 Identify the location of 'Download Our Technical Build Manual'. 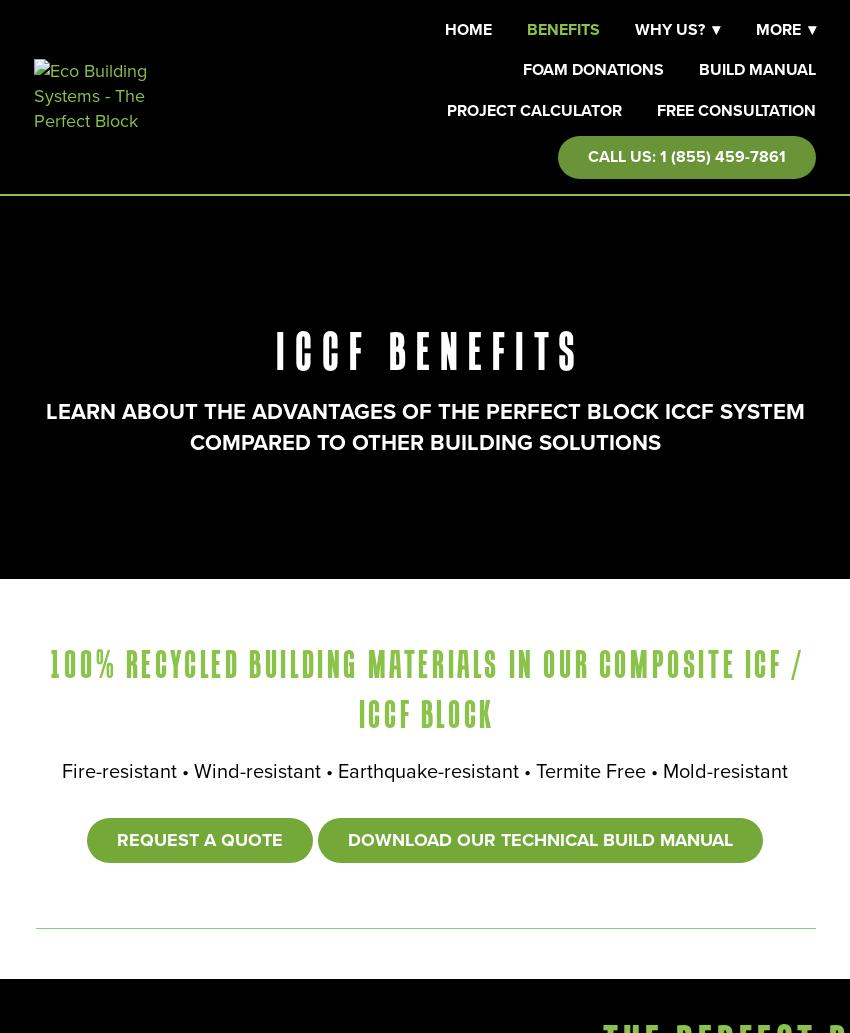
(346, 839).